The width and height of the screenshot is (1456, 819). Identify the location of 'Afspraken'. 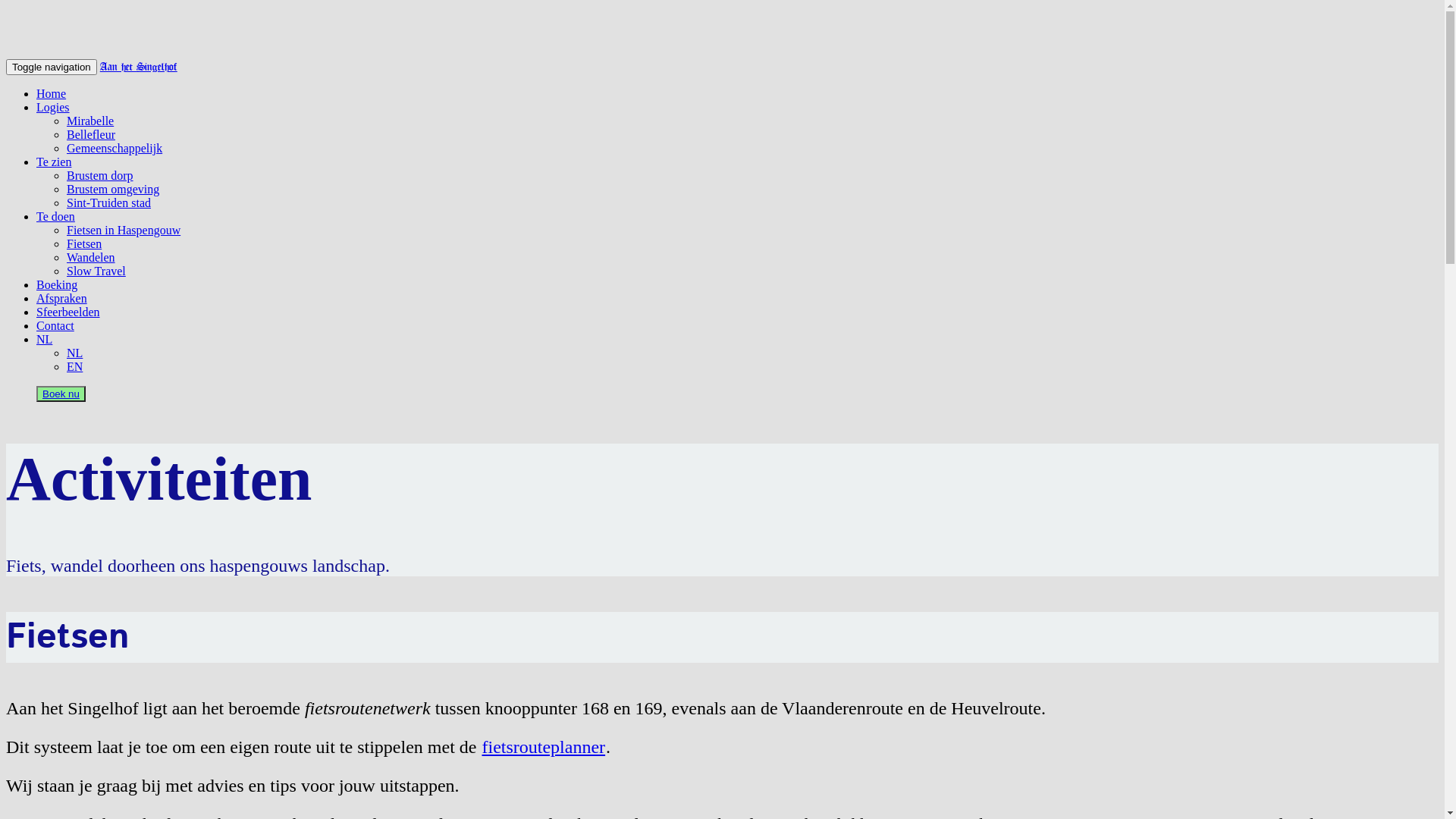
(61, 298).